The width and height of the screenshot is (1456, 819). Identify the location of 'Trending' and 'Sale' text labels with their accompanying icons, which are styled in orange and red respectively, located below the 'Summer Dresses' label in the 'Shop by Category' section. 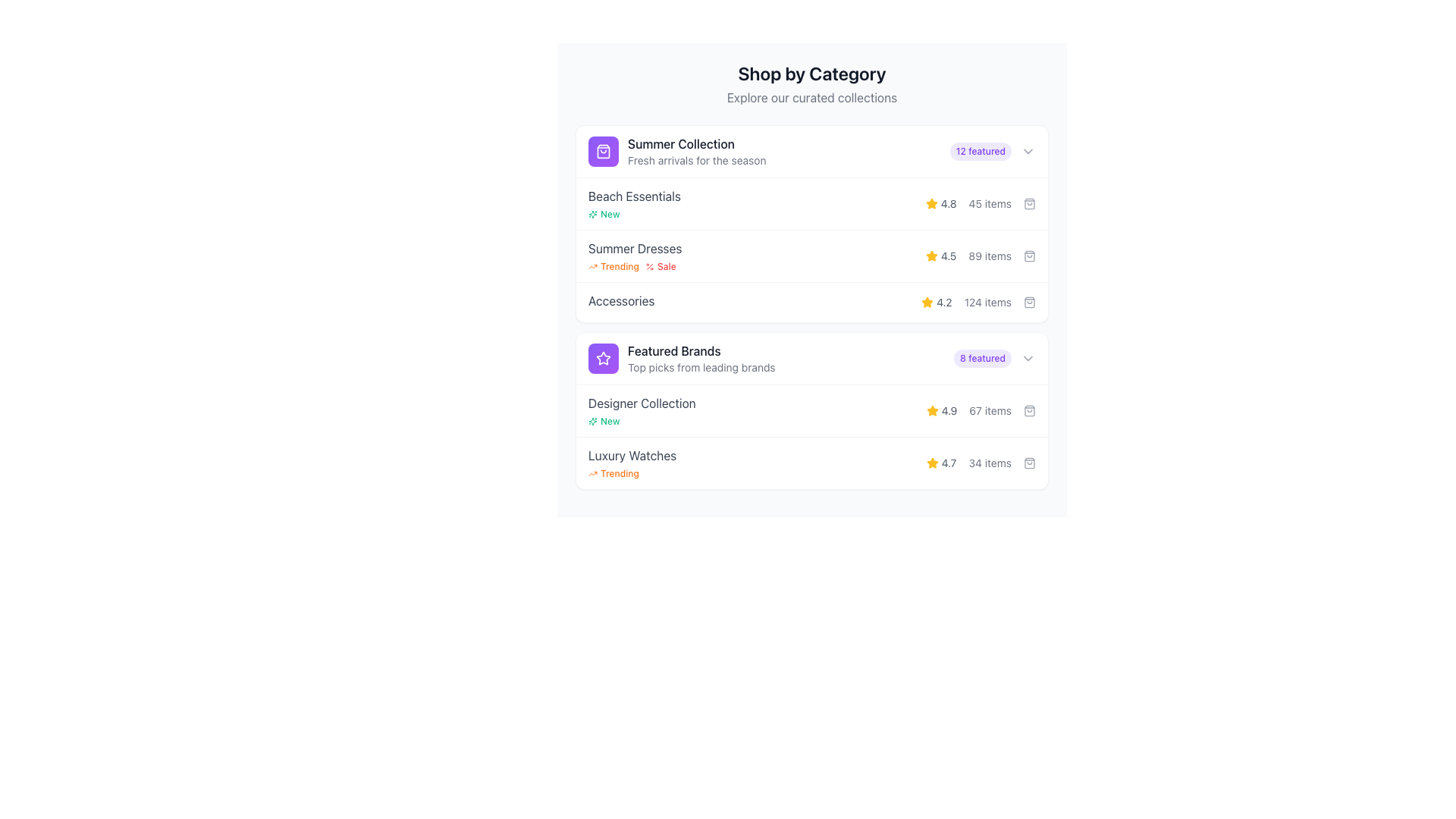
(635, 265).